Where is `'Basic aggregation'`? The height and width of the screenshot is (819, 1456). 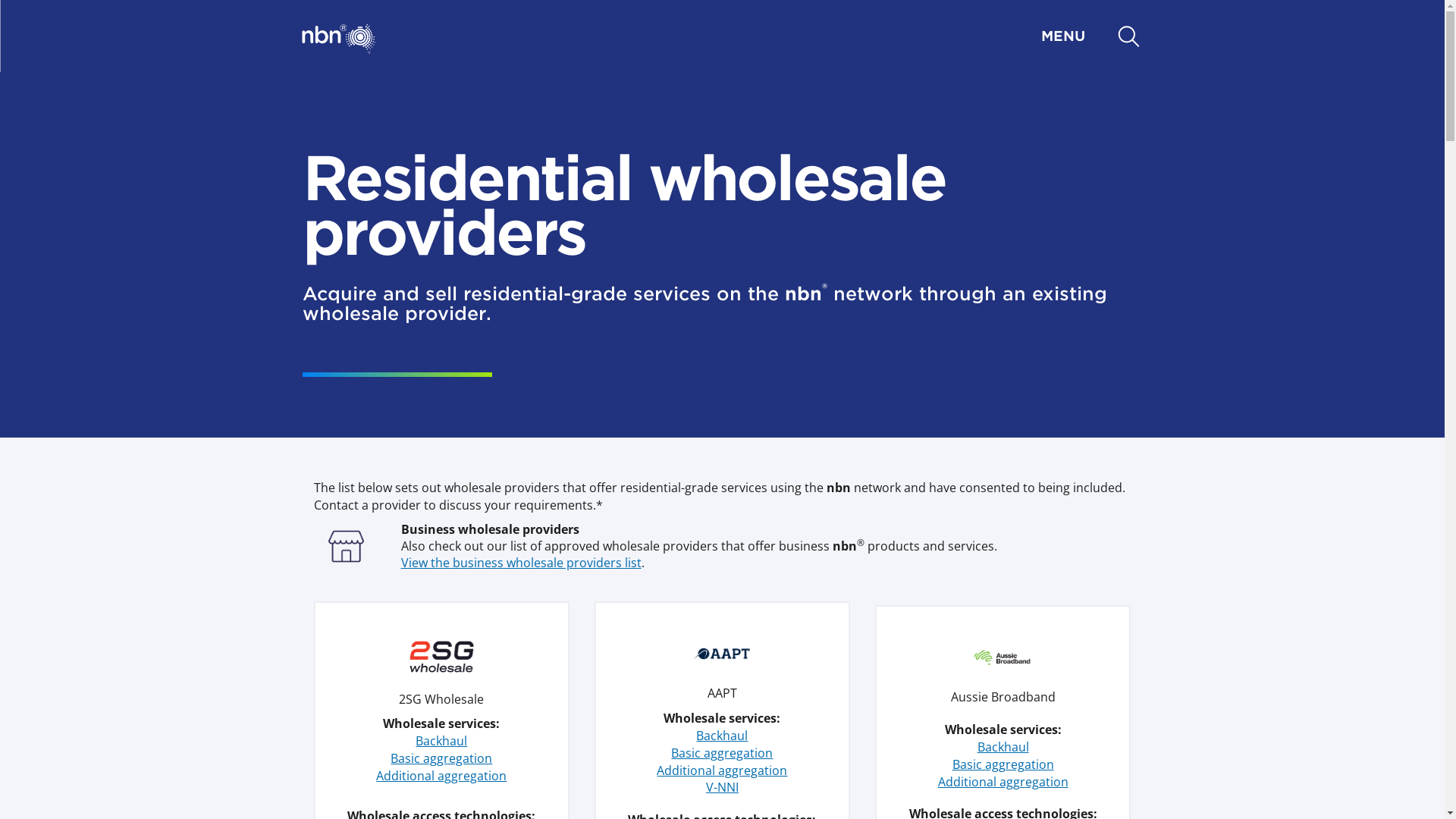 'Basic aggregation' is located at coordinates (1003, 764).